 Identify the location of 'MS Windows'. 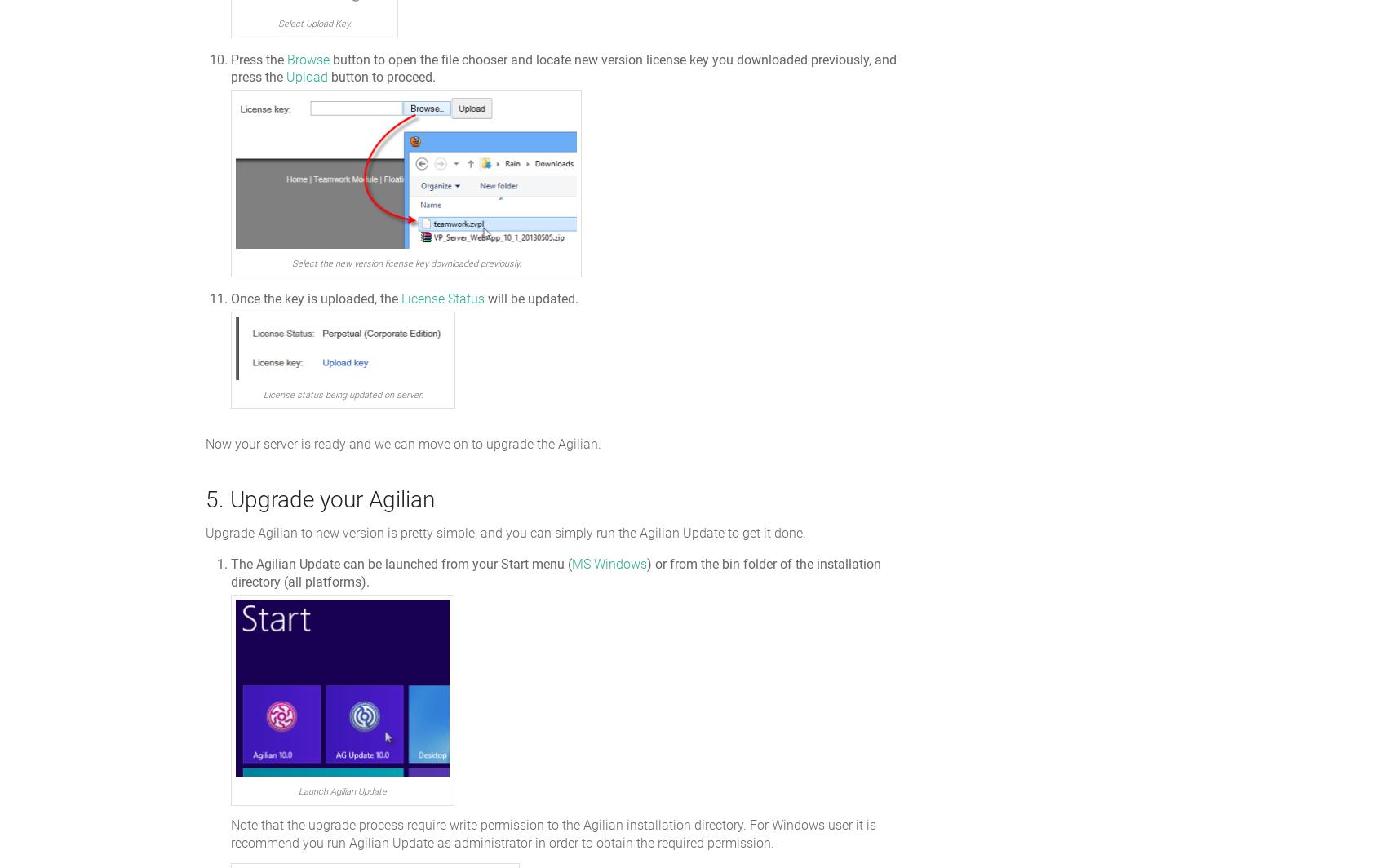
(609, 564).